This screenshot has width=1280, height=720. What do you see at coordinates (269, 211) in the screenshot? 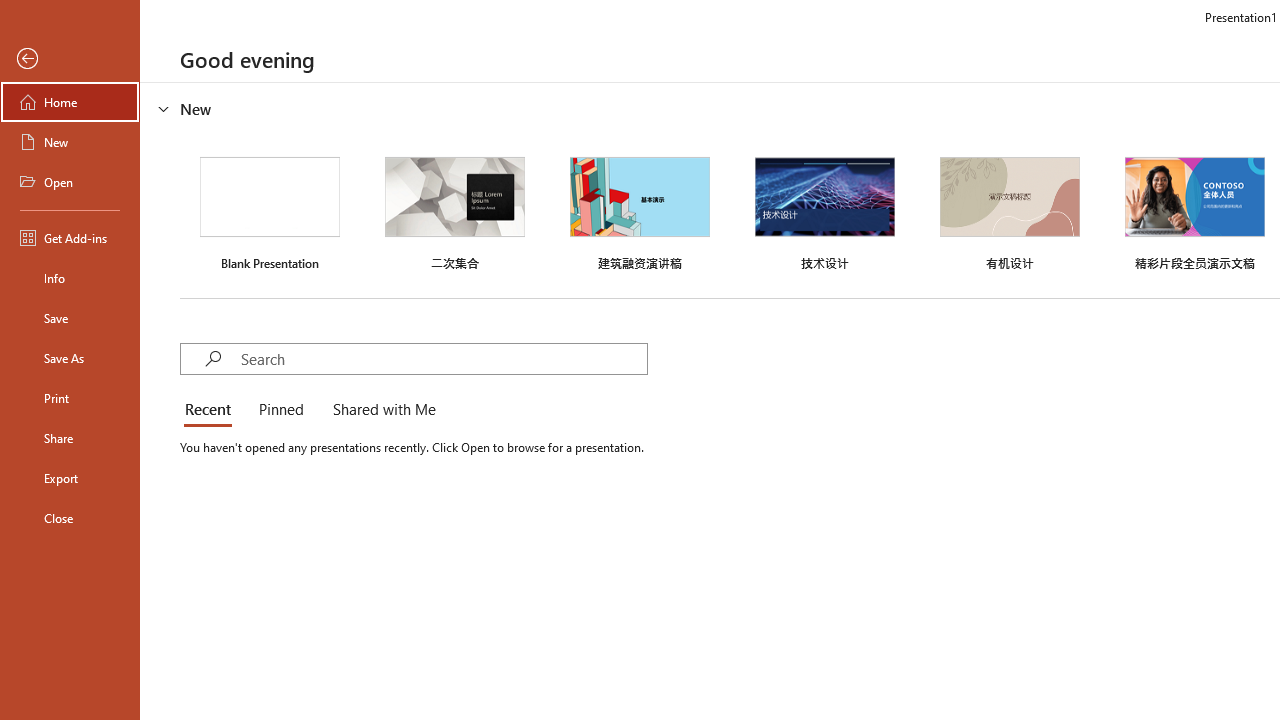
I see `'Blank Presentation'` at bounding box center [269, 211].